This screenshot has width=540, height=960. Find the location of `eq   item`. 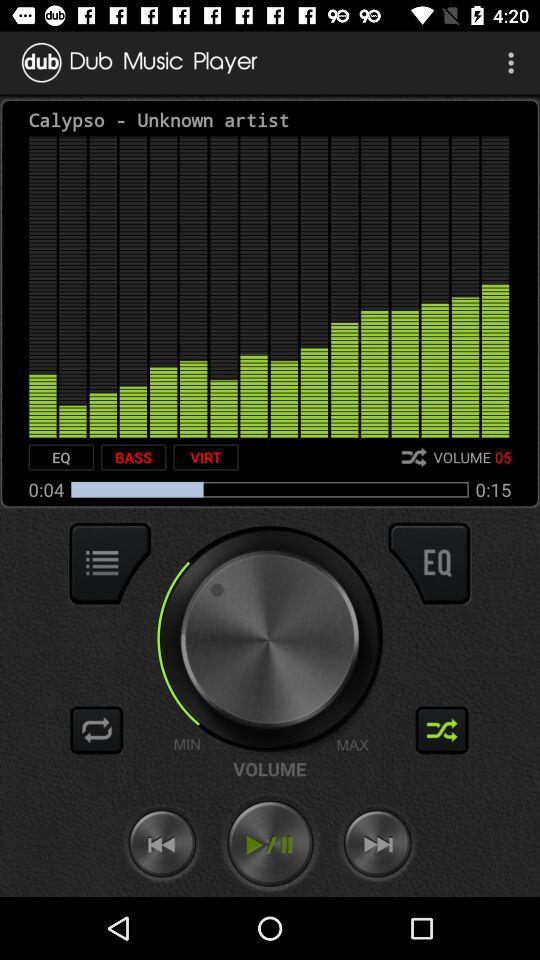

eq   item is located at coordinates (61, 457).